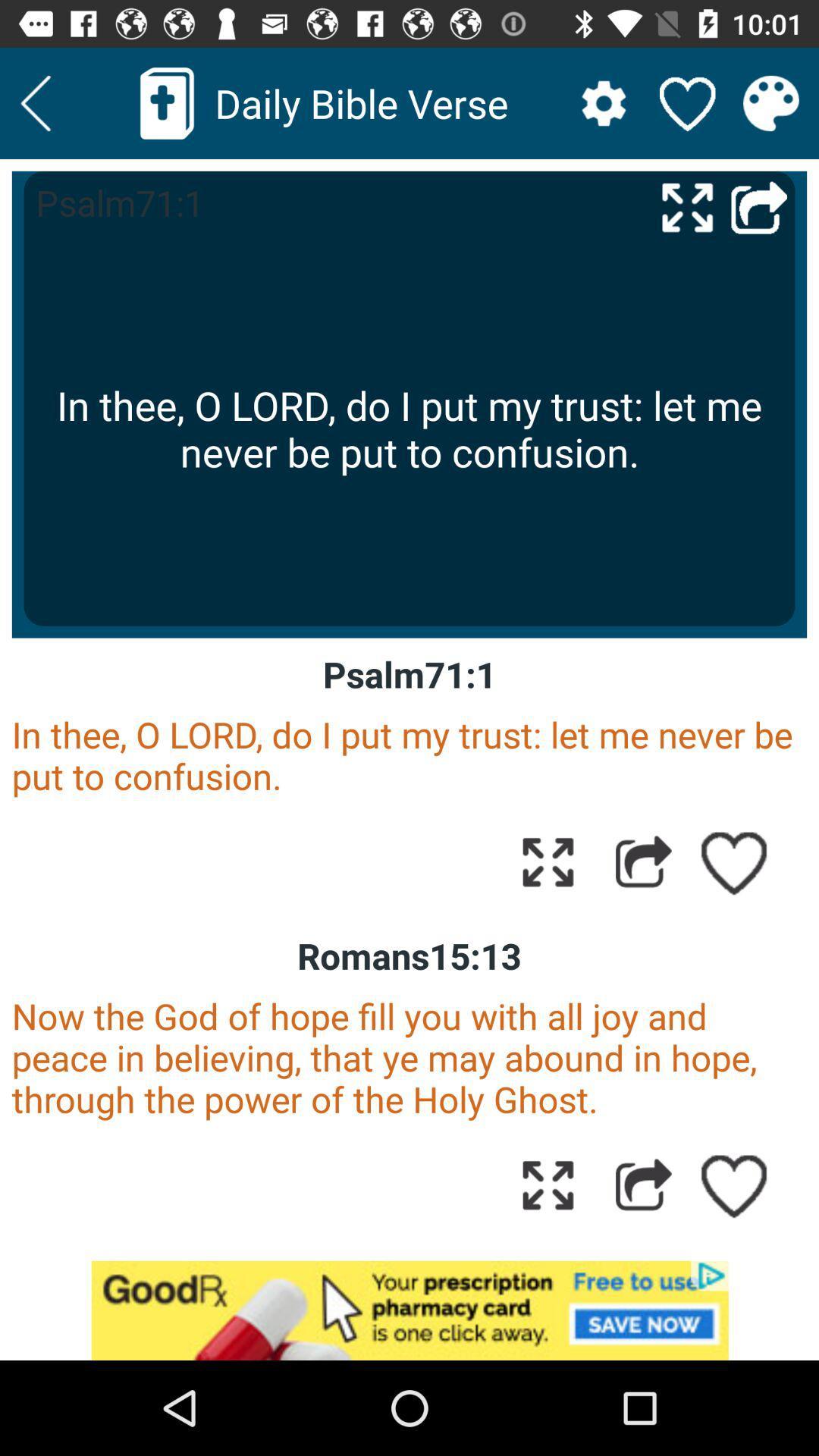  I want to click on change the theme, so click(771, 102).